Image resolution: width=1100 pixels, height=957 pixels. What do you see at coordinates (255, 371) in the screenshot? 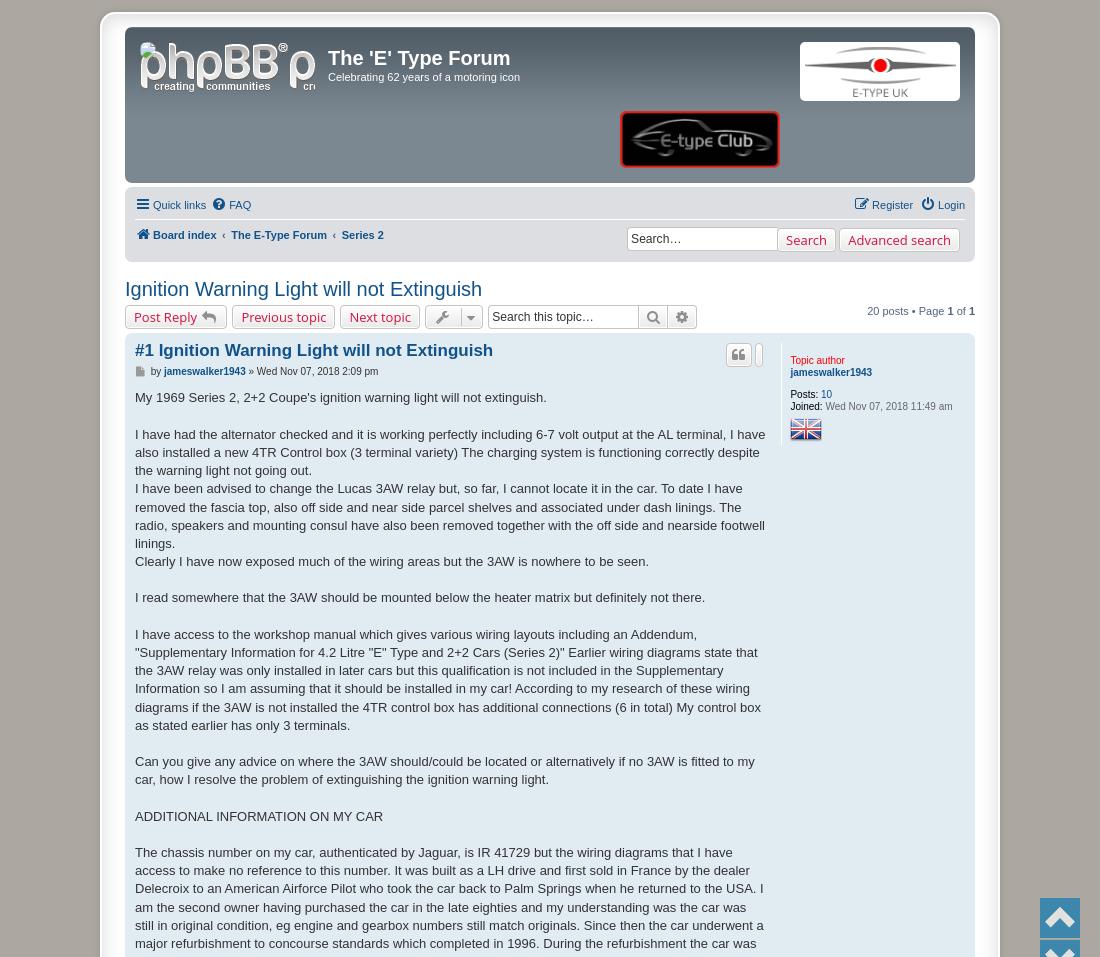
I see `'Wed Nov 07, 2018 2:09 pm'` at bounding box center [255, 371].